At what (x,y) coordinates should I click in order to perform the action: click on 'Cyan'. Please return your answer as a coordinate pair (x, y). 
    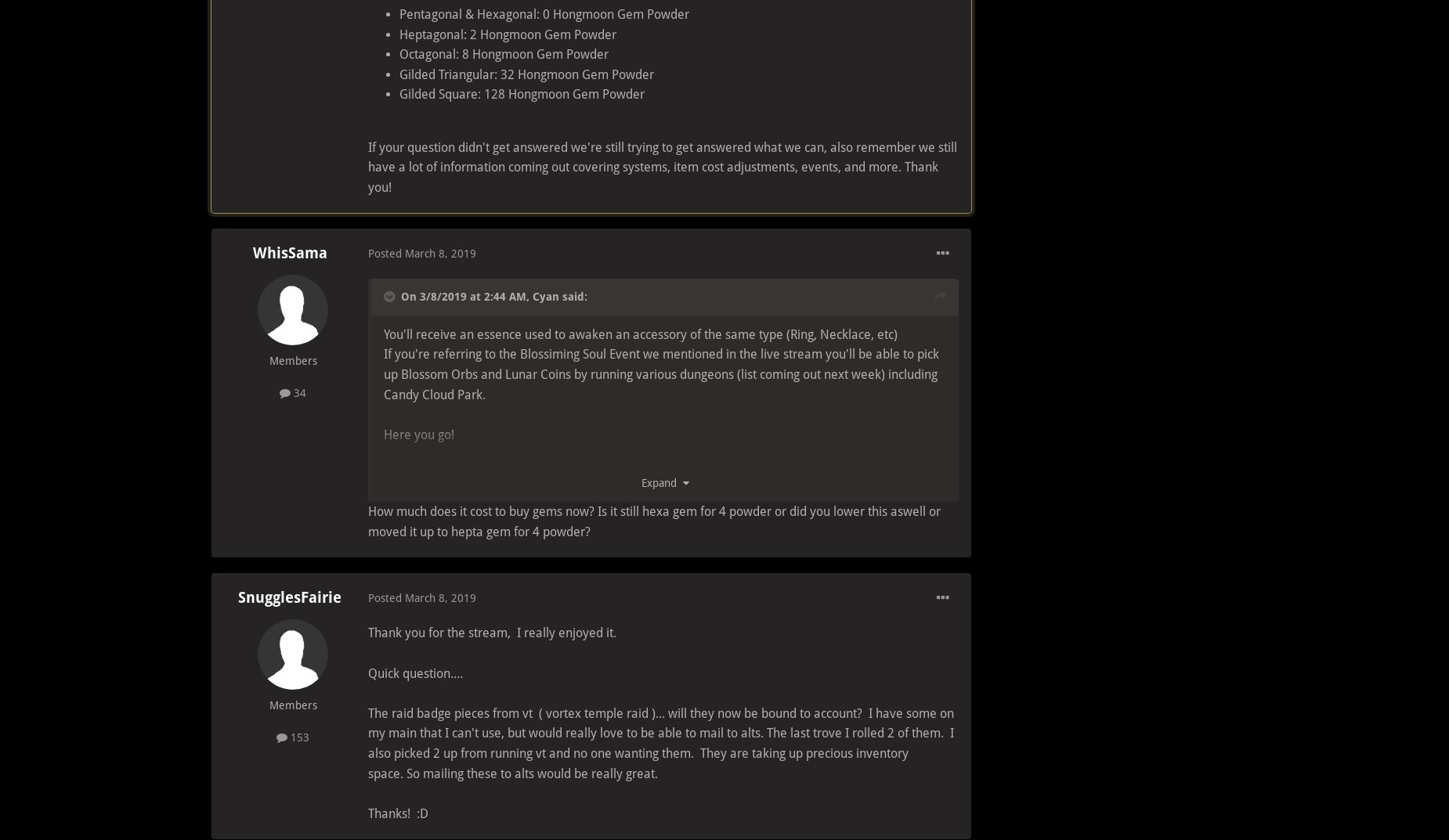
    Looking at the image, I should click on (546, 295).